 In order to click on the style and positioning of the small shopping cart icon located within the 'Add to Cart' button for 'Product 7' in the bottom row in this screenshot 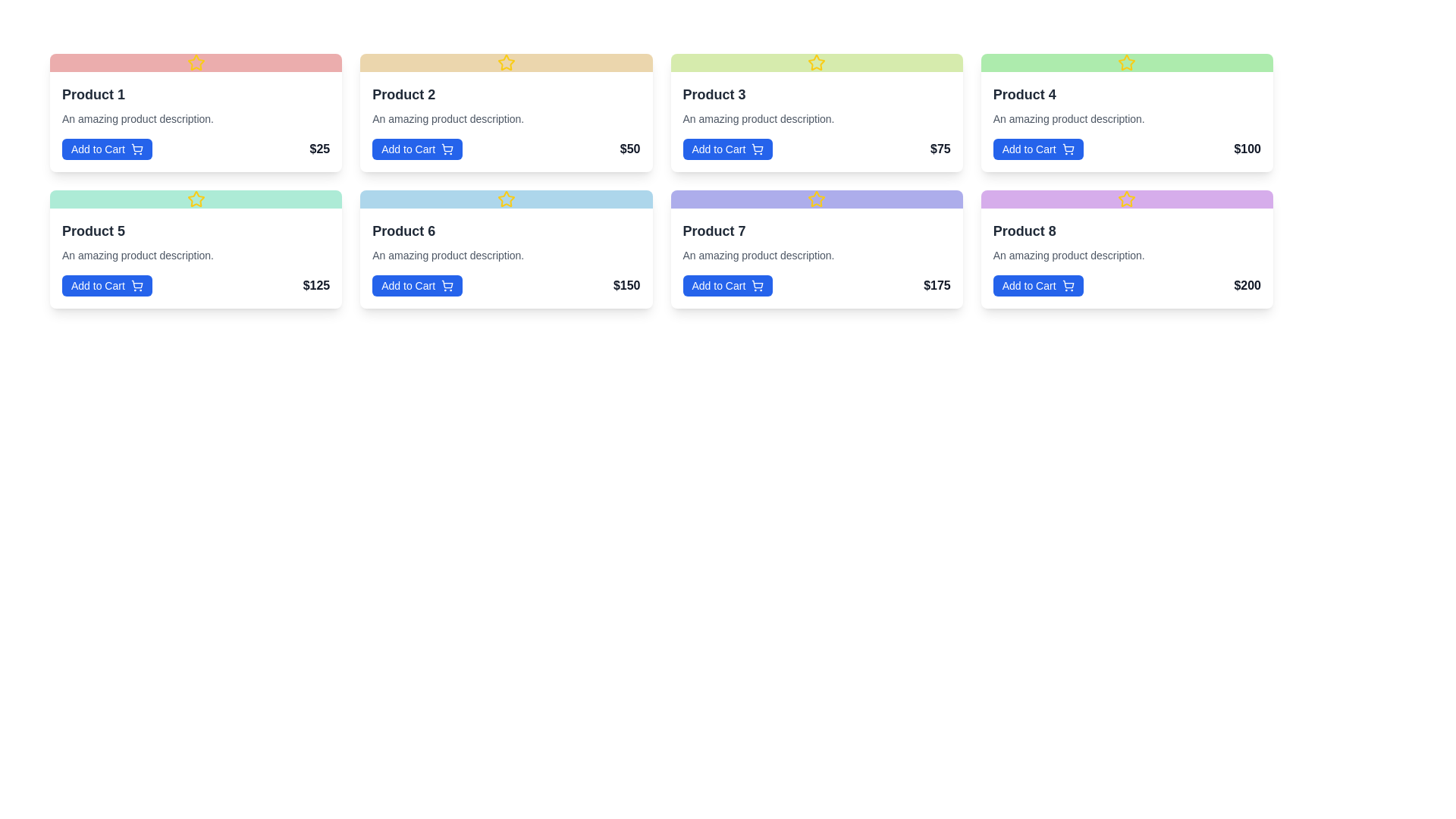, I will do `click(758, 286)`.